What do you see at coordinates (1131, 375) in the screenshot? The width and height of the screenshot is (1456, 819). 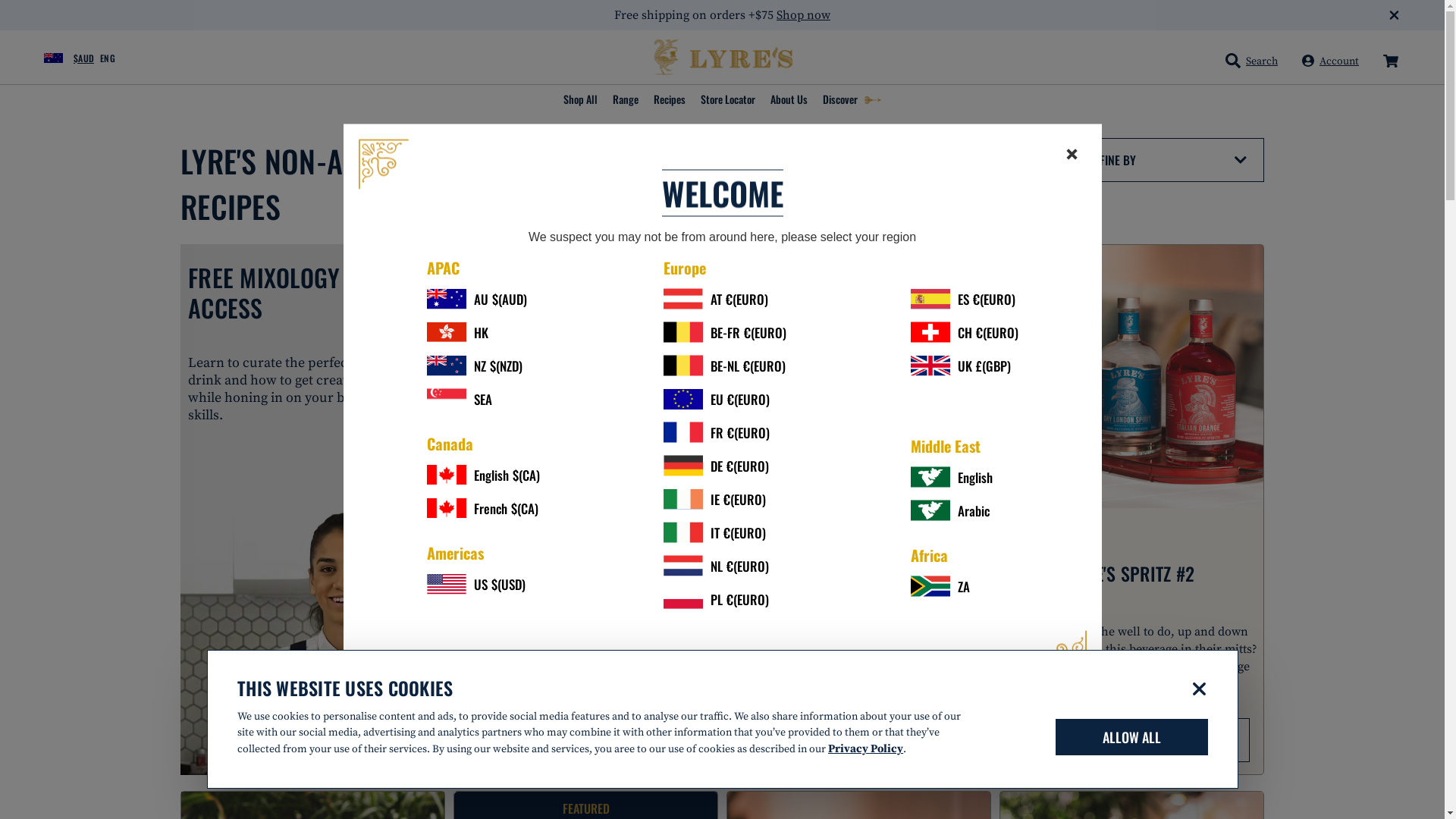 I see `'Lyre's Spritz #2'` at bounding box center [1131, 375].